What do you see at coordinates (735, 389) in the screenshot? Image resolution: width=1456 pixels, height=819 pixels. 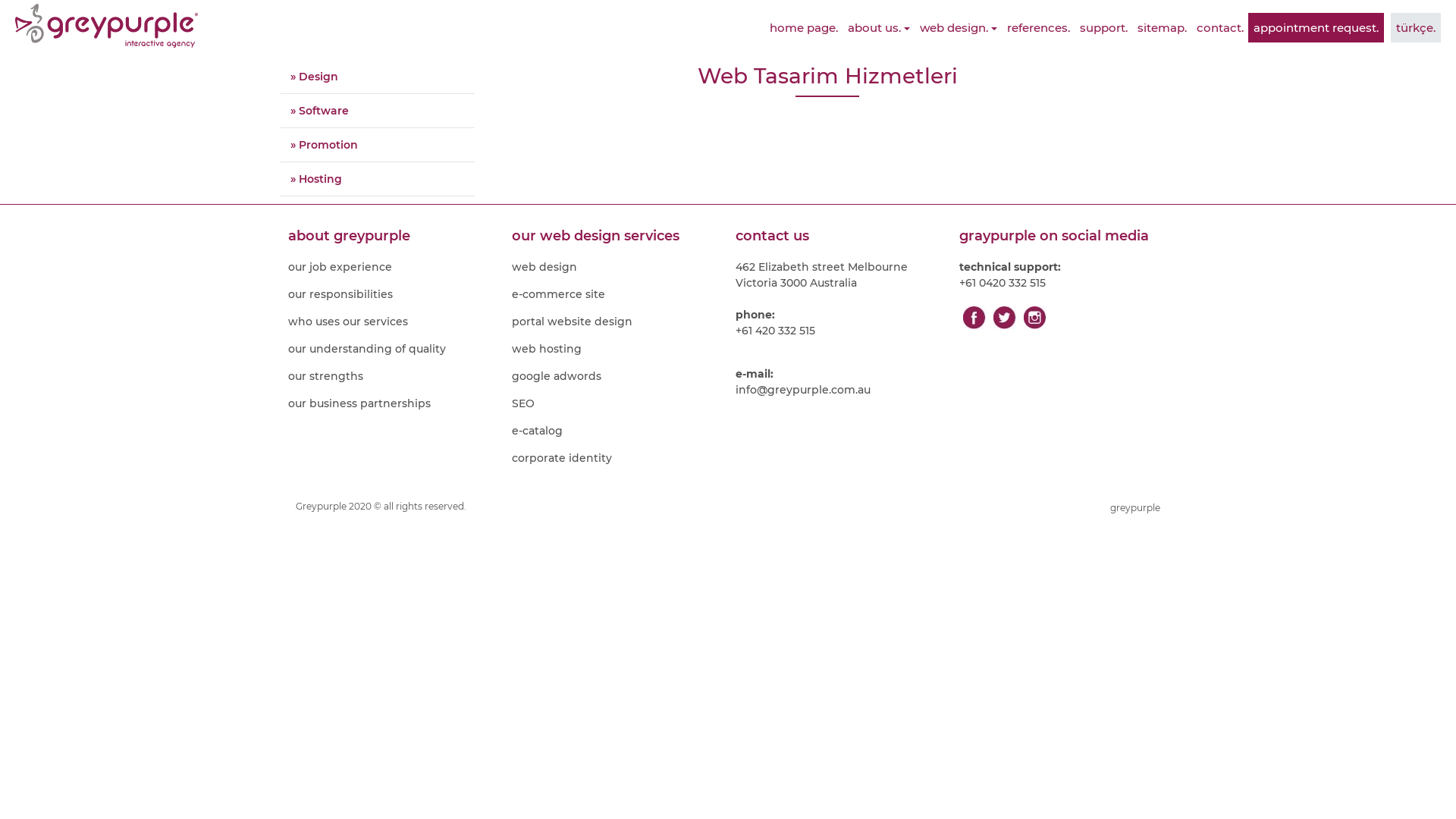 I see `'info@greypurple.com.au'` at bounding box center [735, 389].